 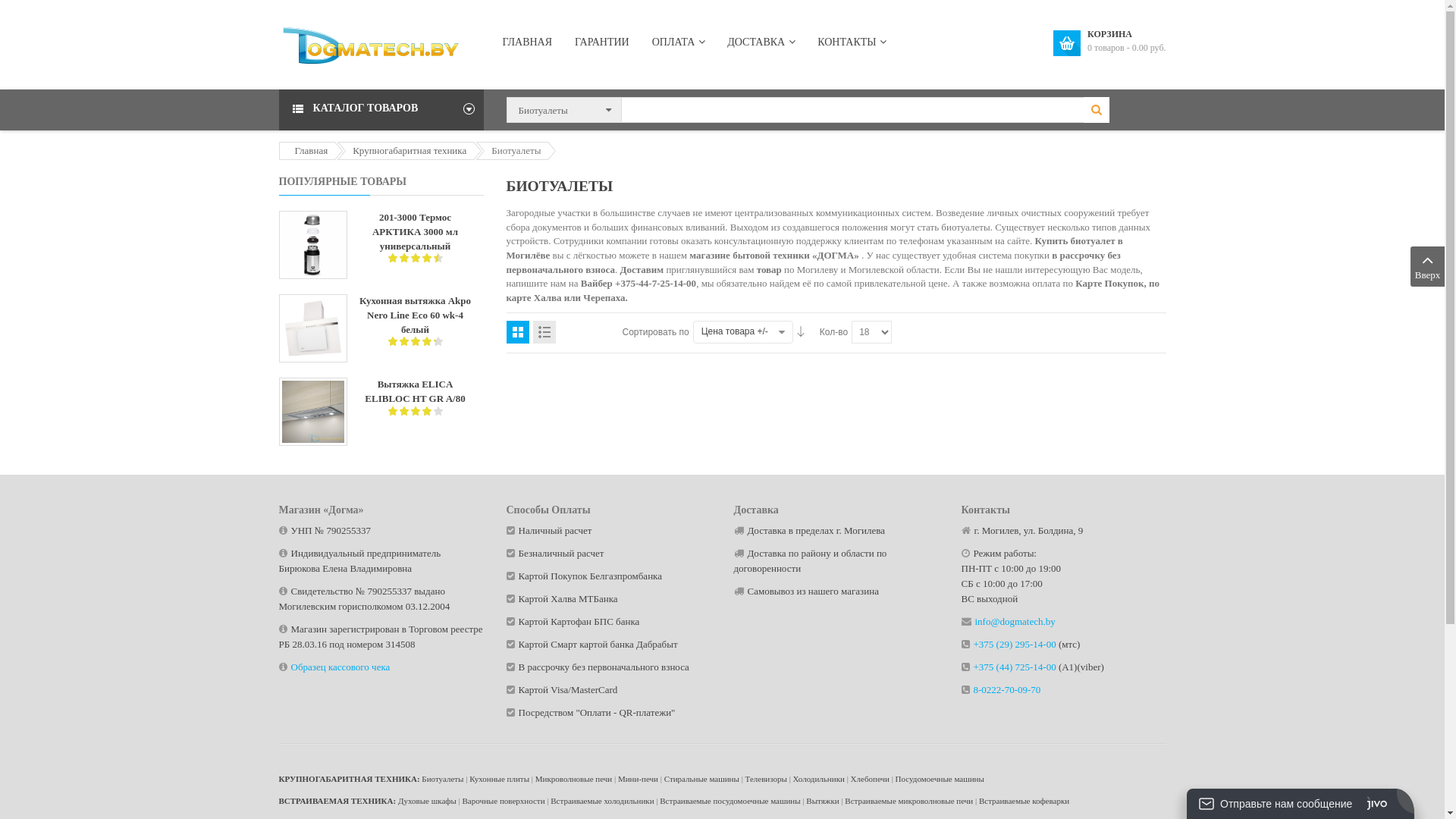 What do you see at coordinates (1095, 109) in the screenshot?
I see `'Search'` at bounding box center [1095, 109].